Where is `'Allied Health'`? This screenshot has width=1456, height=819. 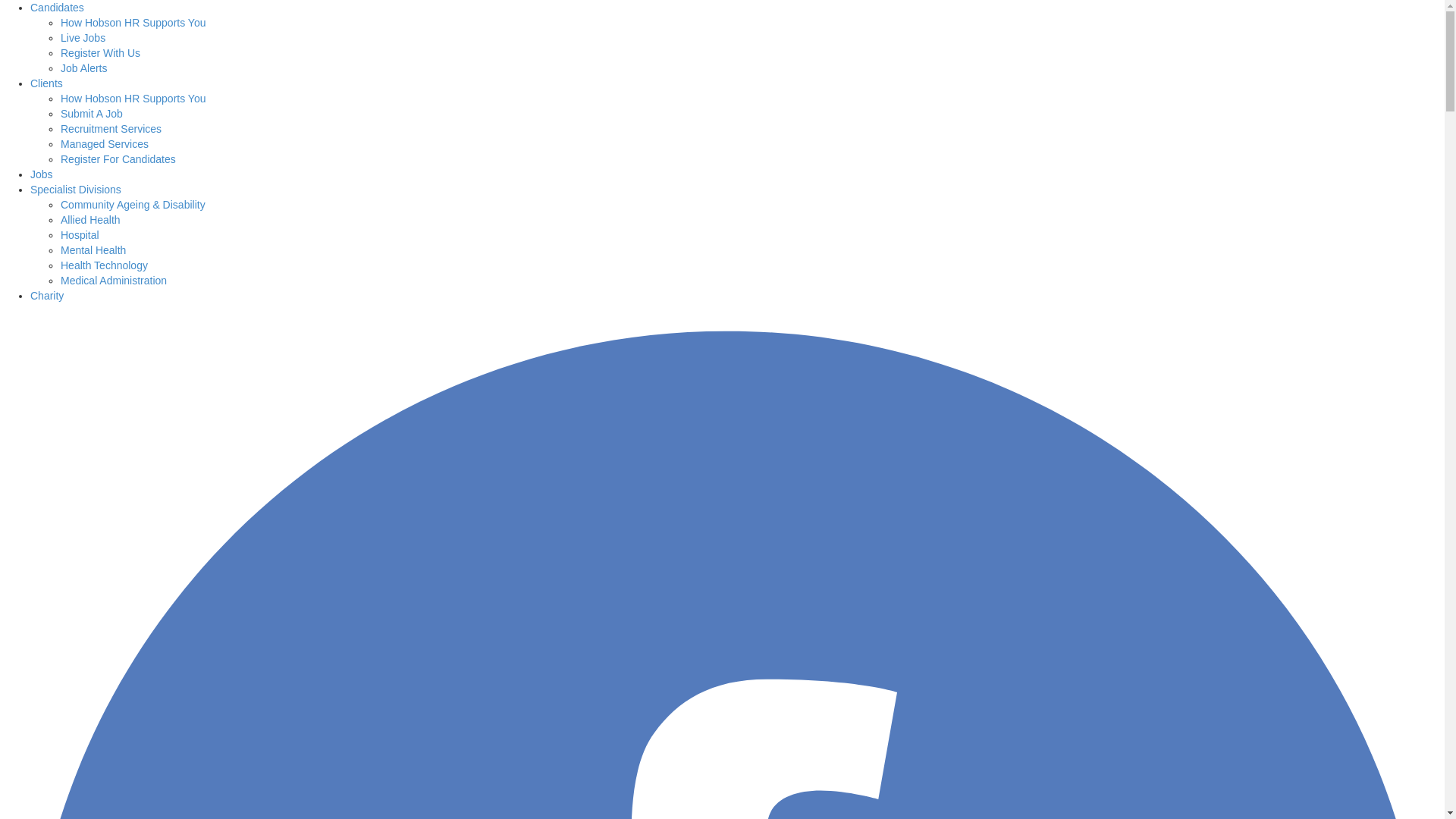 'Allied Health' is located at coordinates (61, 219).